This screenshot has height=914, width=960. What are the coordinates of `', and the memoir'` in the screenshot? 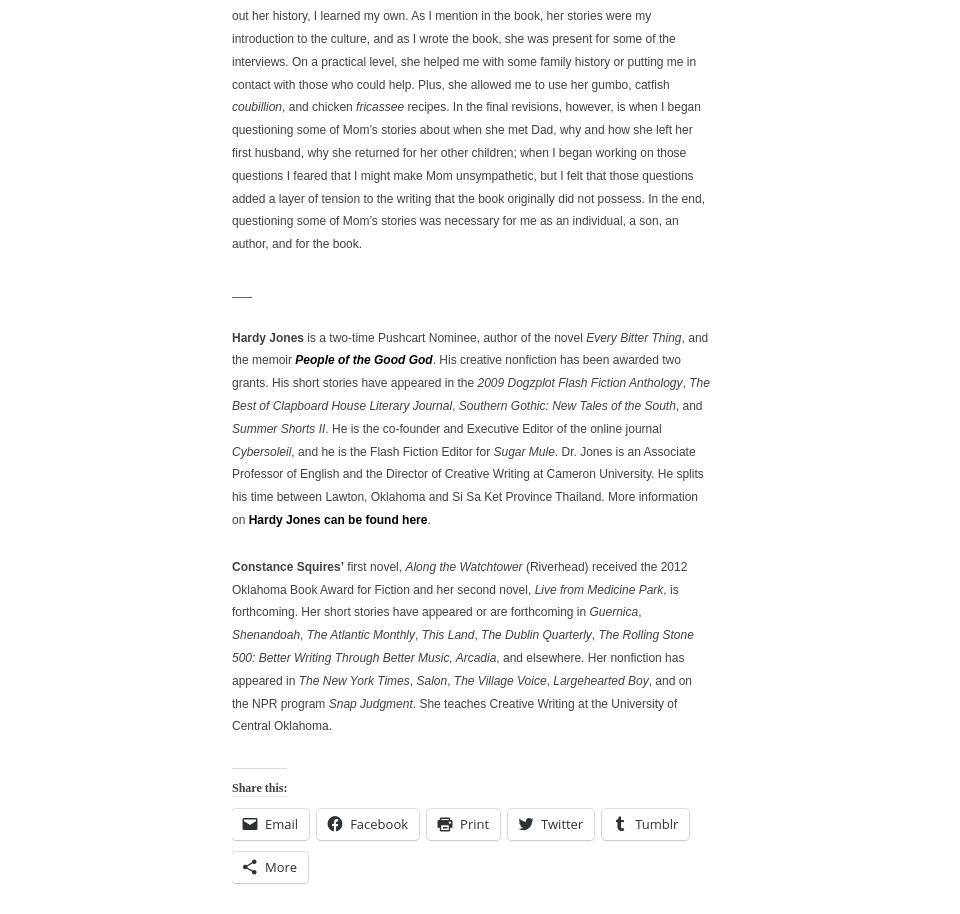 It's located at (470, 347).